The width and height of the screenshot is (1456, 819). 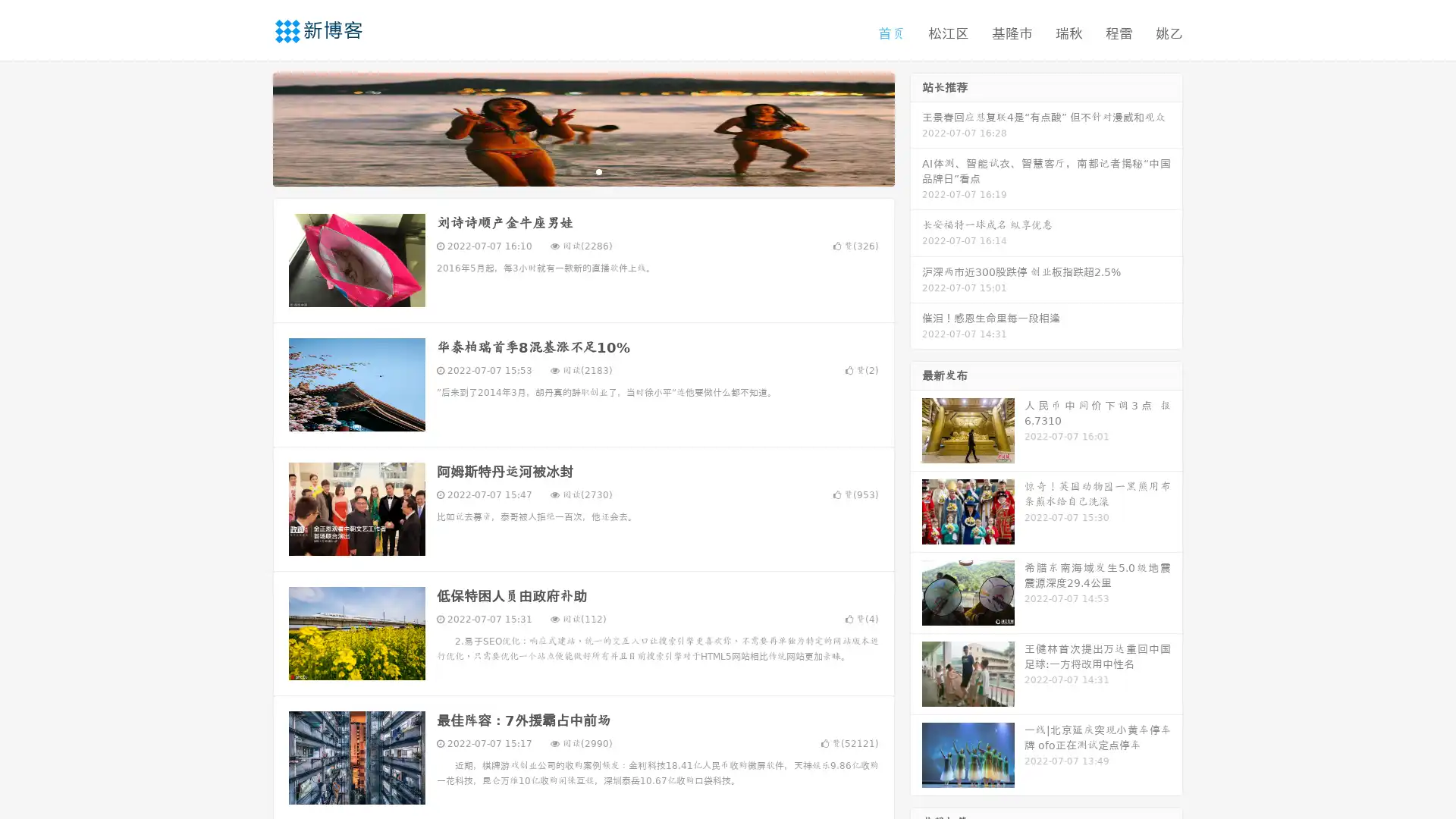 What do you see at coordinates (598, 171) in the screenshot?
I see `Go to slide 3` at bounding box center [598, 171].